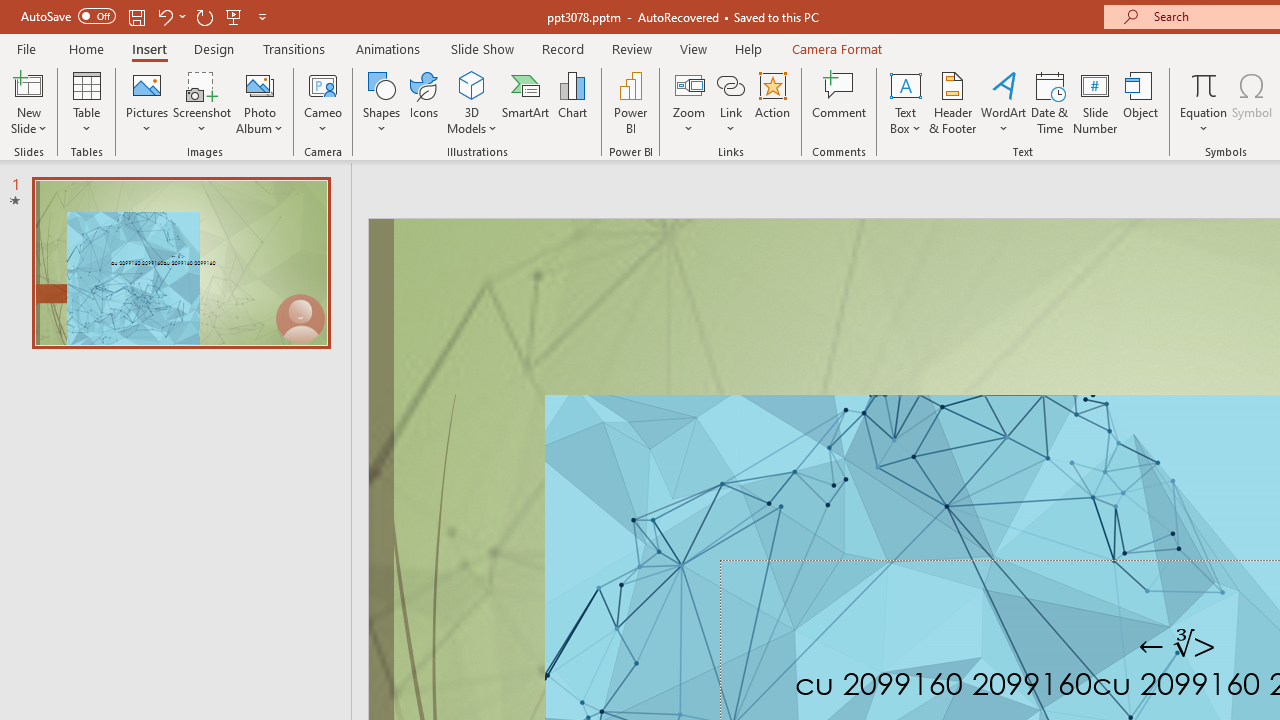 This screenshot has height=720, width=1280. Describe the element at coordinates (323, 84) in the screenshot. I see `'Cameo'` at that location.